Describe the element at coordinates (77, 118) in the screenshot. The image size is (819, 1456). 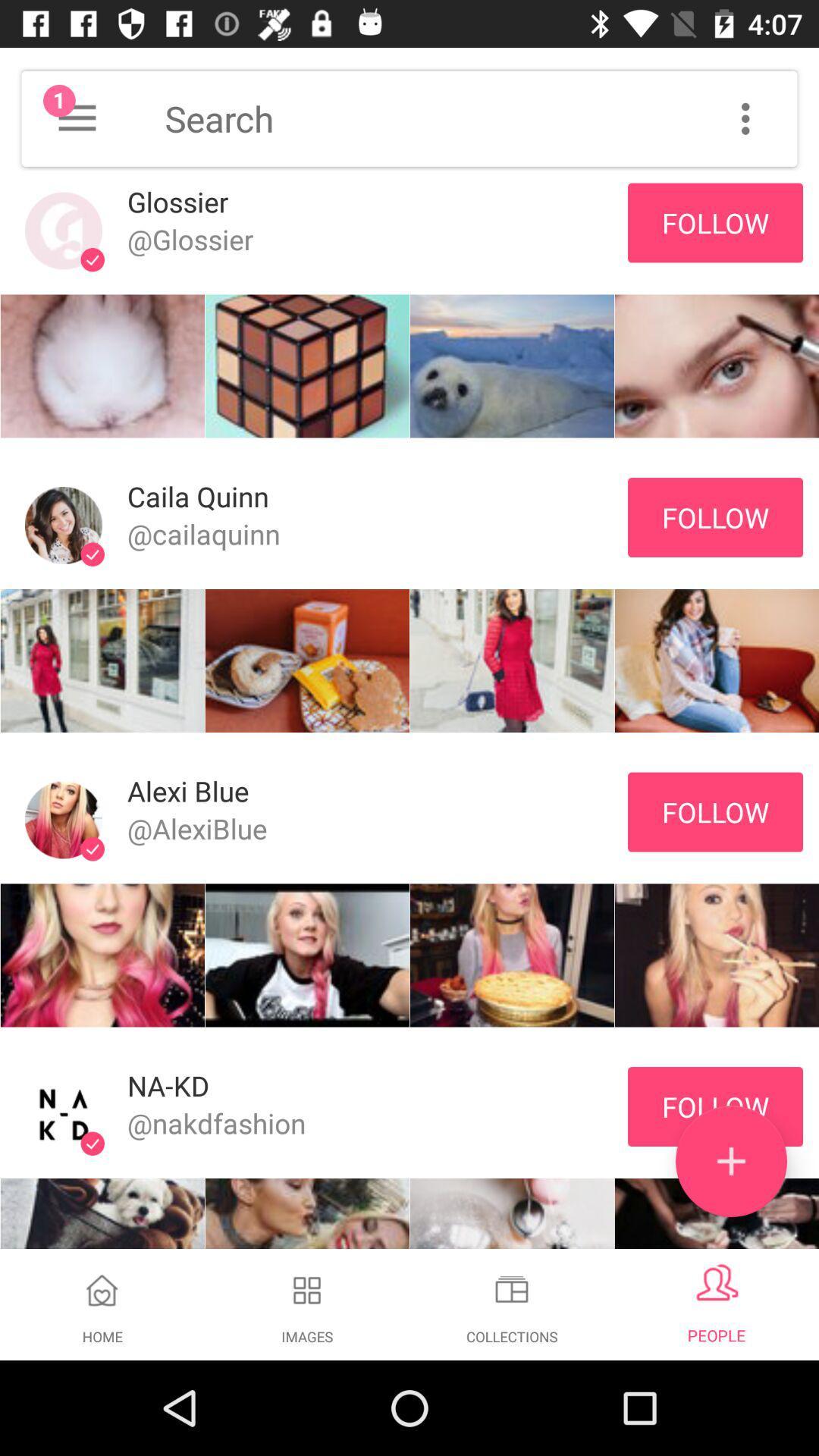
I see `notifications` at that location.